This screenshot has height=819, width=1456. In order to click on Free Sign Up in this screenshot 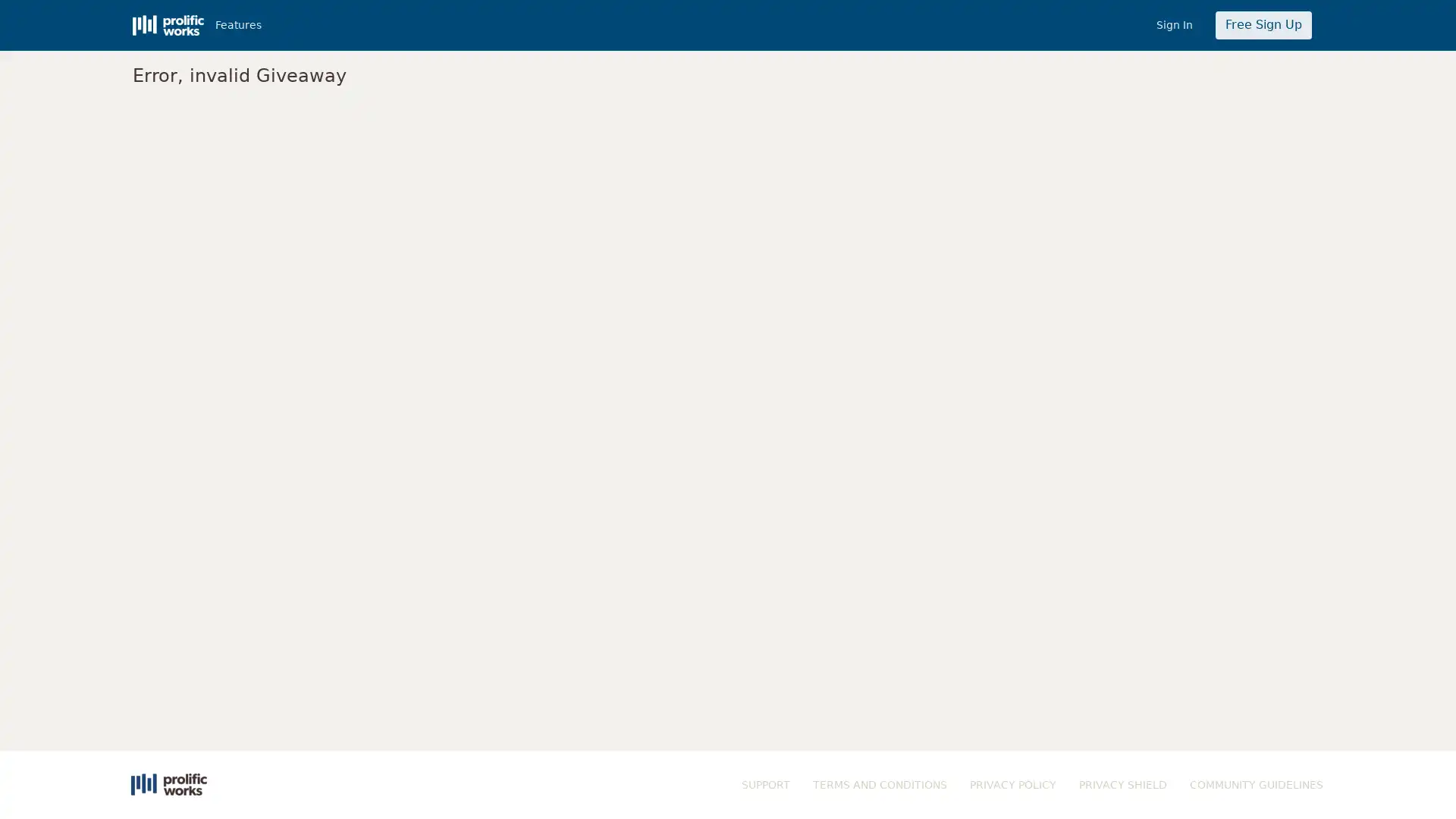, I will do `click(1263, 25)`.